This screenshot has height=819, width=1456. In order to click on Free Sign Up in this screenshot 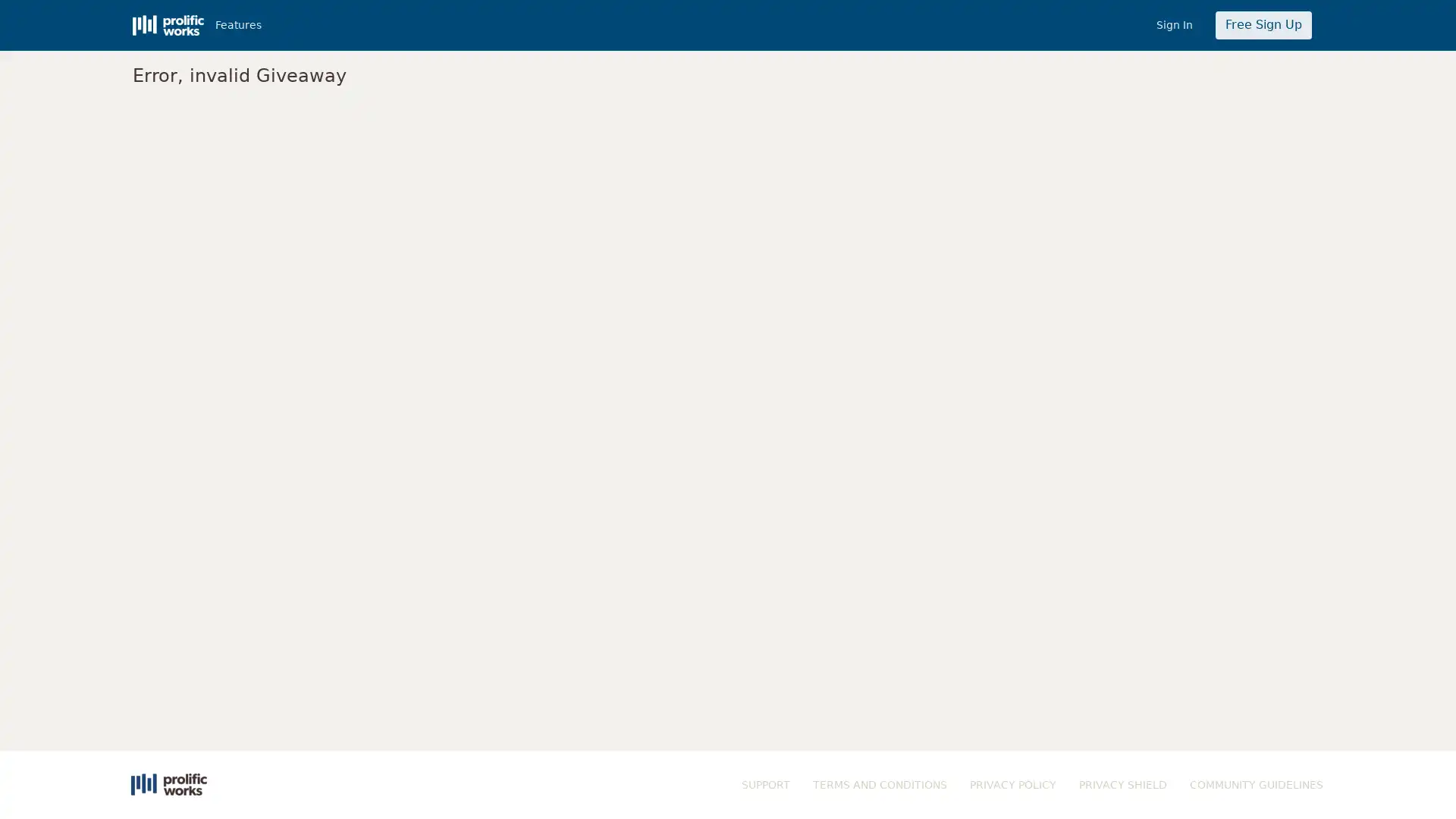, I will do `click(1263, 25)`.